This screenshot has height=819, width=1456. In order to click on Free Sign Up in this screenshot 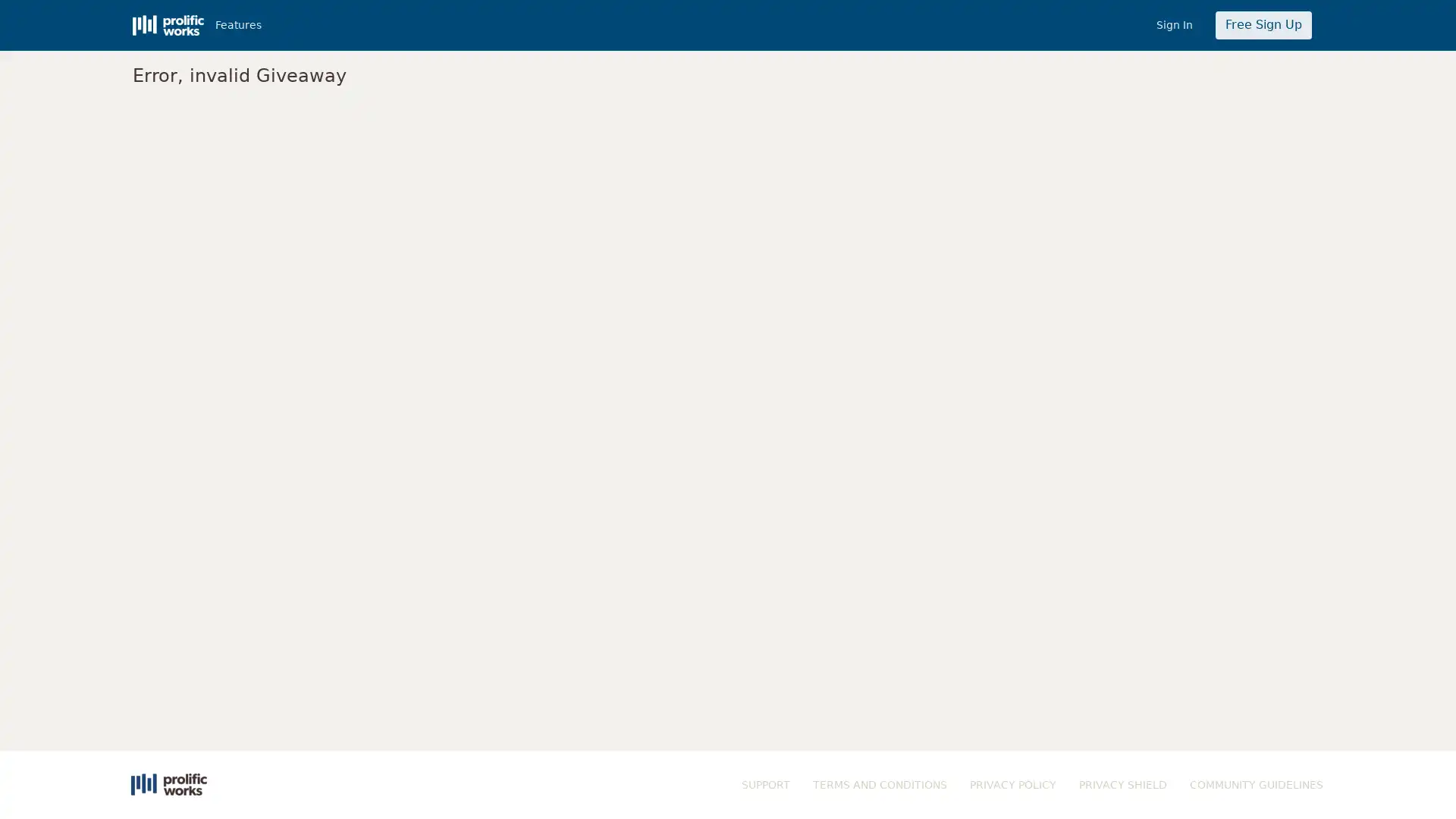, I will do `click(1263, 25)`.